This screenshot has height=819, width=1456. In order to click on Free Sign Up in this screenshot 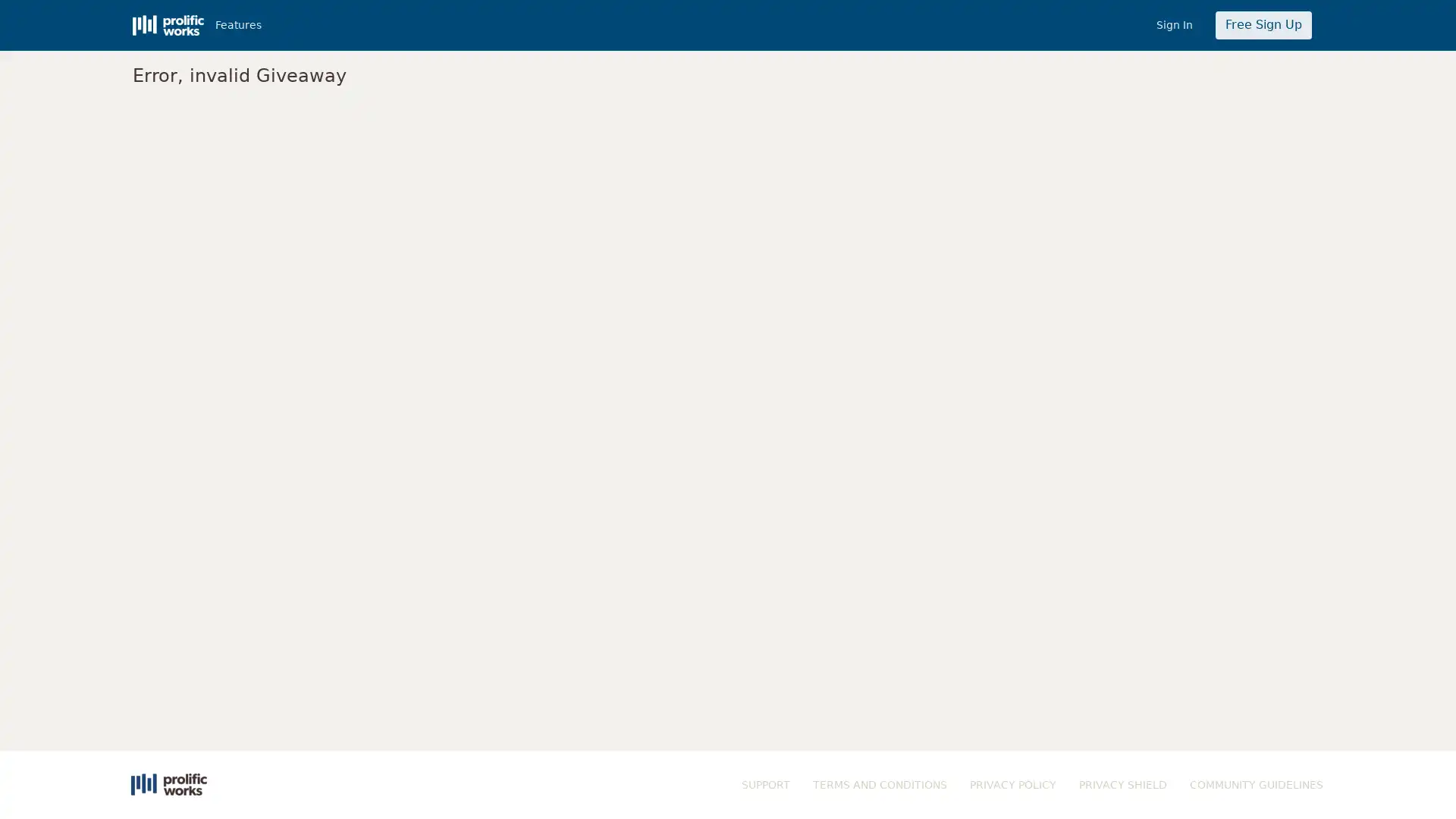, I will do `click(1263, 25)`.